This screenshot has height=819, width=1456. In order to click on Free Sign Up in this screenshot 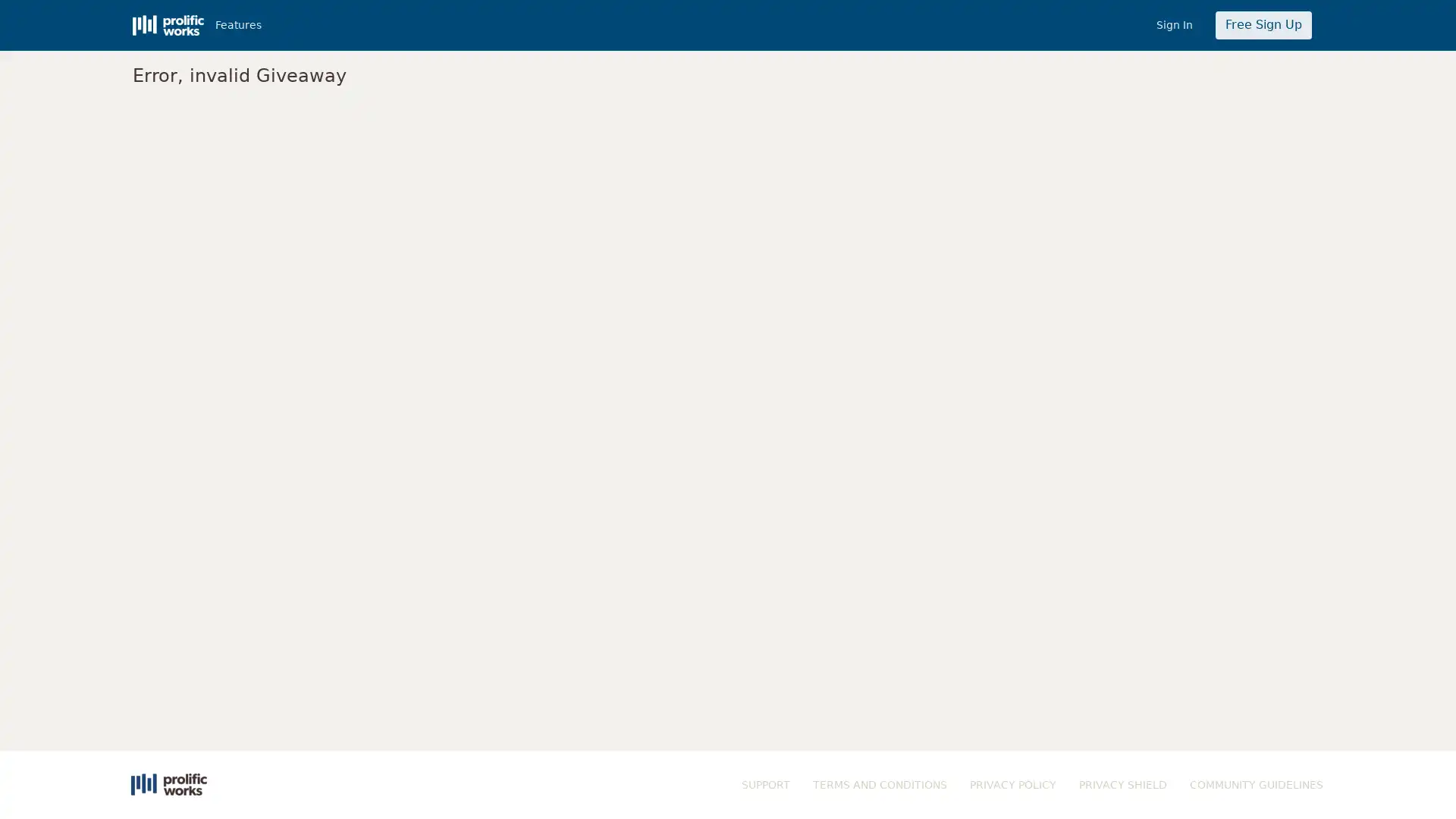, I will do `click(1263, 25)`.